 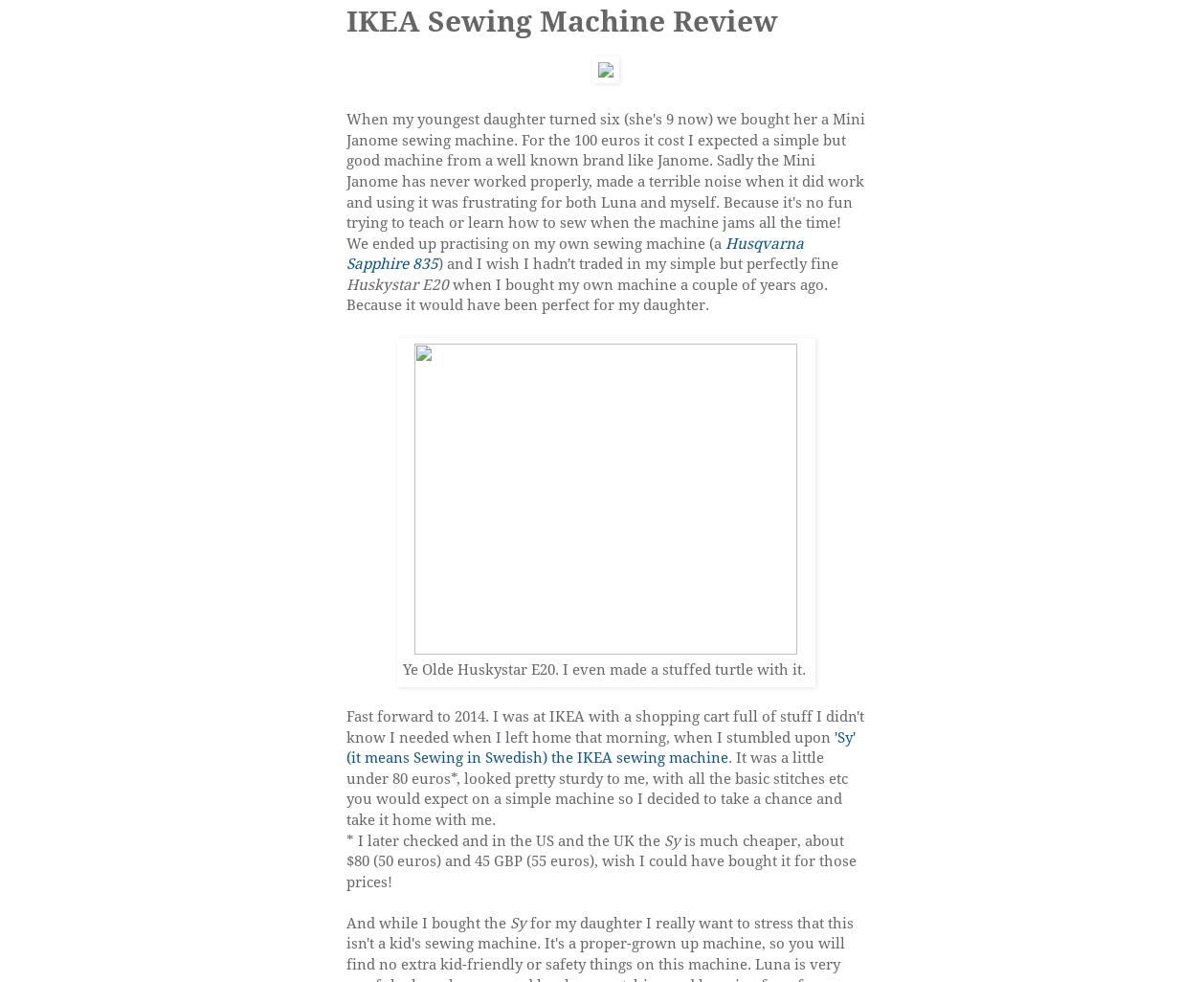 What do you see at coordinates (605, 726) in the screenshot?
I see `'Fast forward to 2014. I was at IKEA with a shopping cart full of stuff I didn't know I needed when I left home that morning, when I stumbled upon'` at bounding box center [605, 726].